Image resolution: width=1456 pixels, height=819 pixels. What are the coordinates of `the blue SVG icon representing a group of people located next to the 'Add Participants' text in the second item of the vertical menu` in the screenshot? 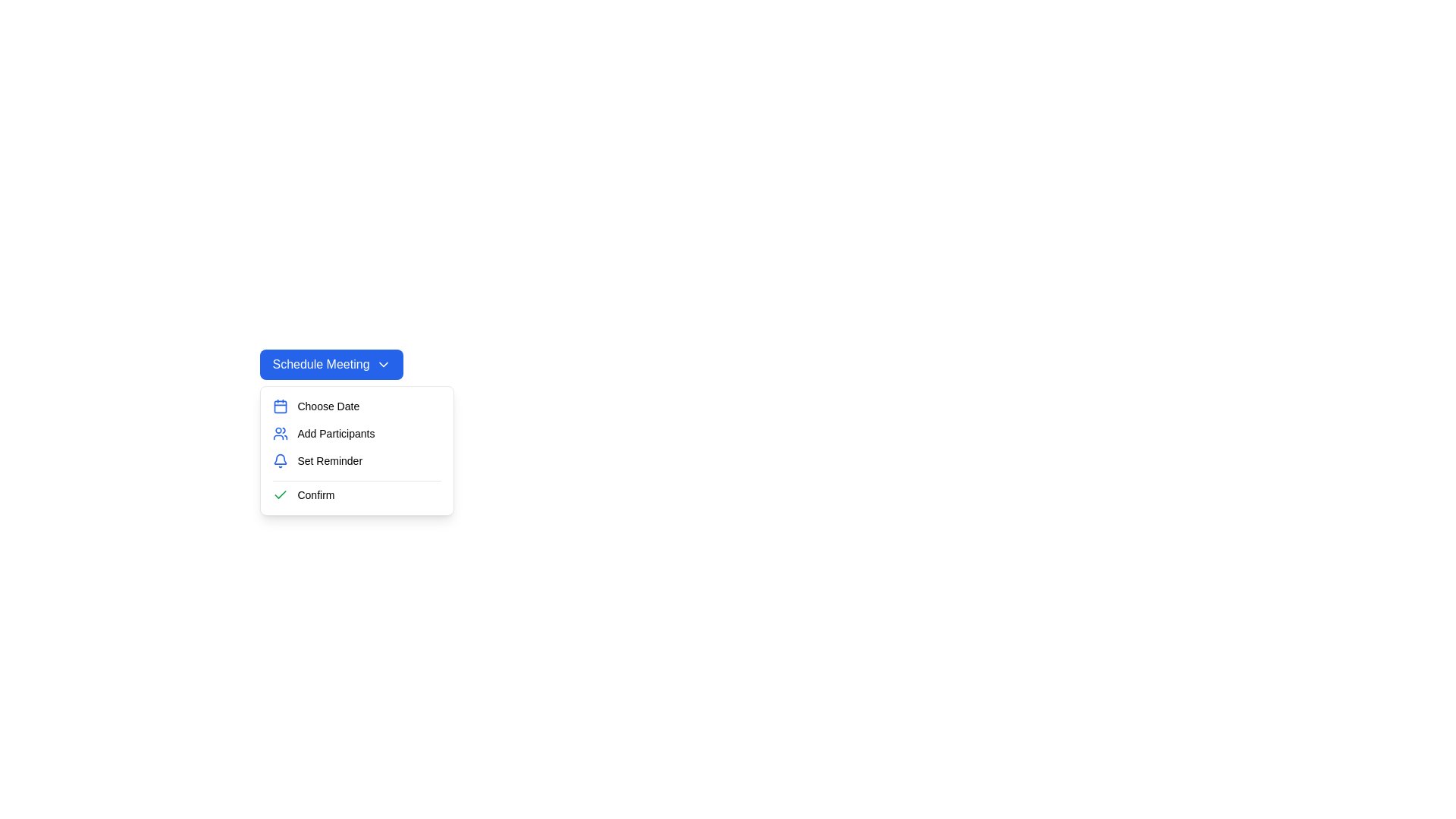 It's located at (281, 433).